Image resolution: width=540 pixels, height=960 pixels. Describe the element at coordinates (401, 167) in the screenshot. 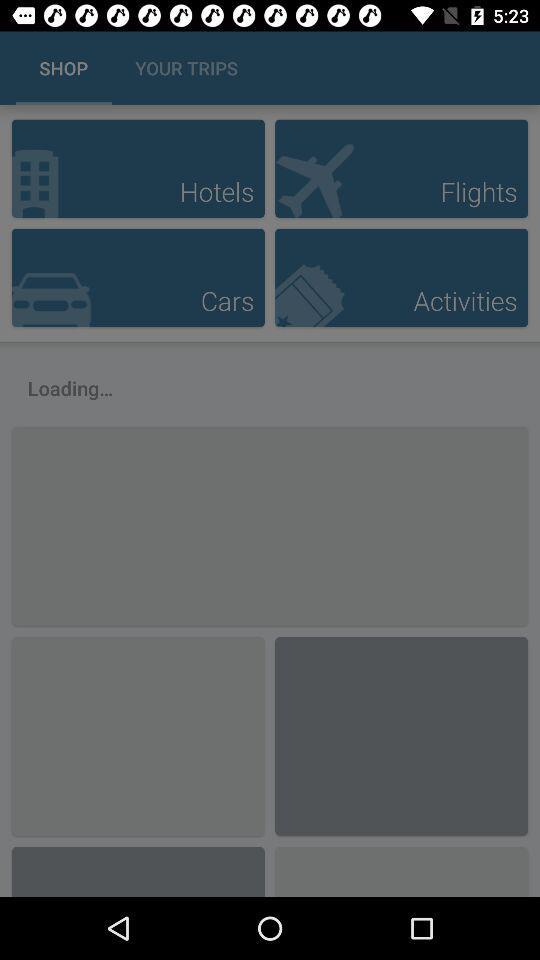

I see `flights button` at that location.